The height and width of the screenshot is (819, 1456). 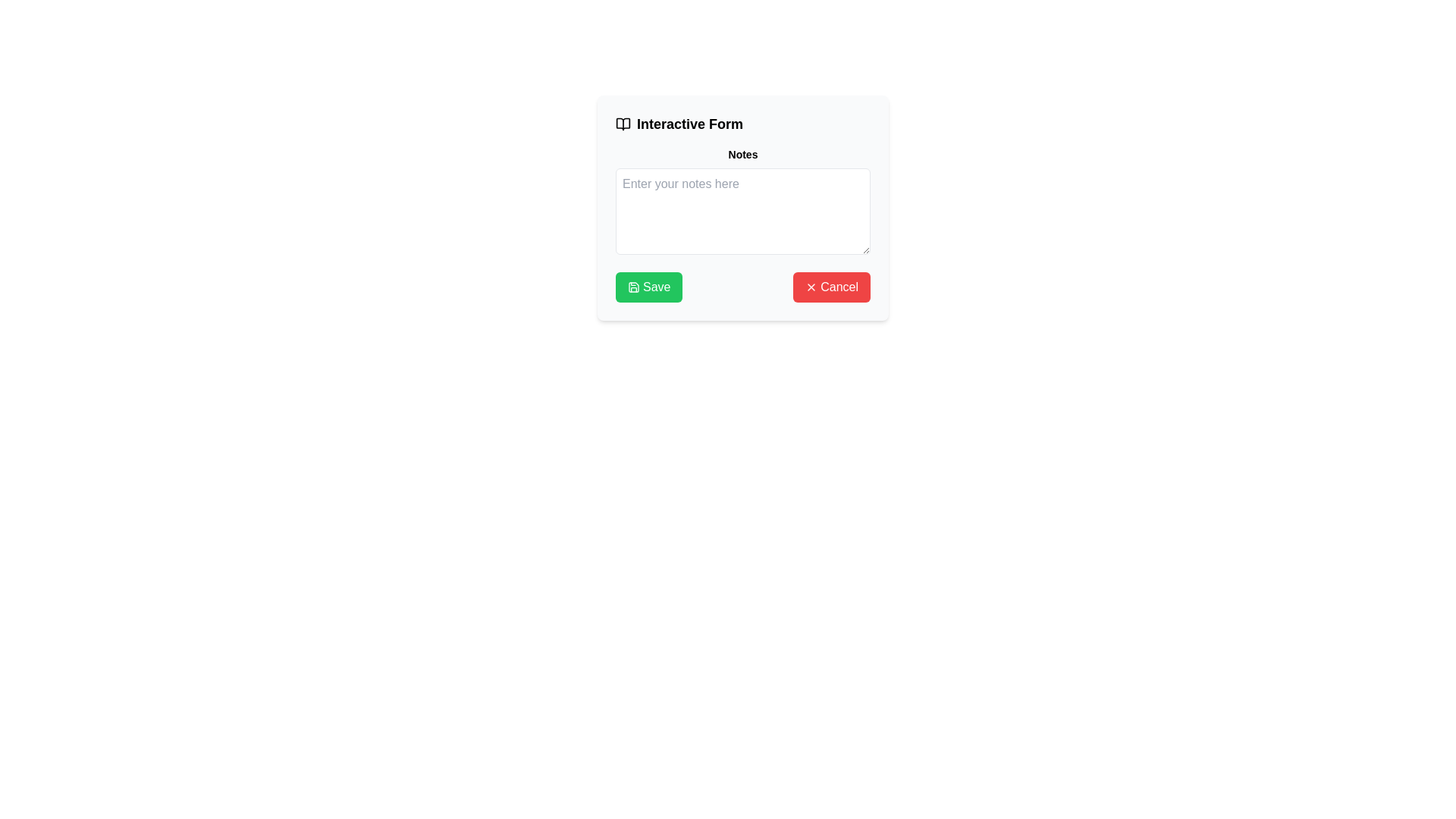 I want to click on the 'Notes' text label, which is a bold, slightly smaller font label located at the top of a white form panel, positioned directly above a multi-line text input field, so click(x=742, y=155).